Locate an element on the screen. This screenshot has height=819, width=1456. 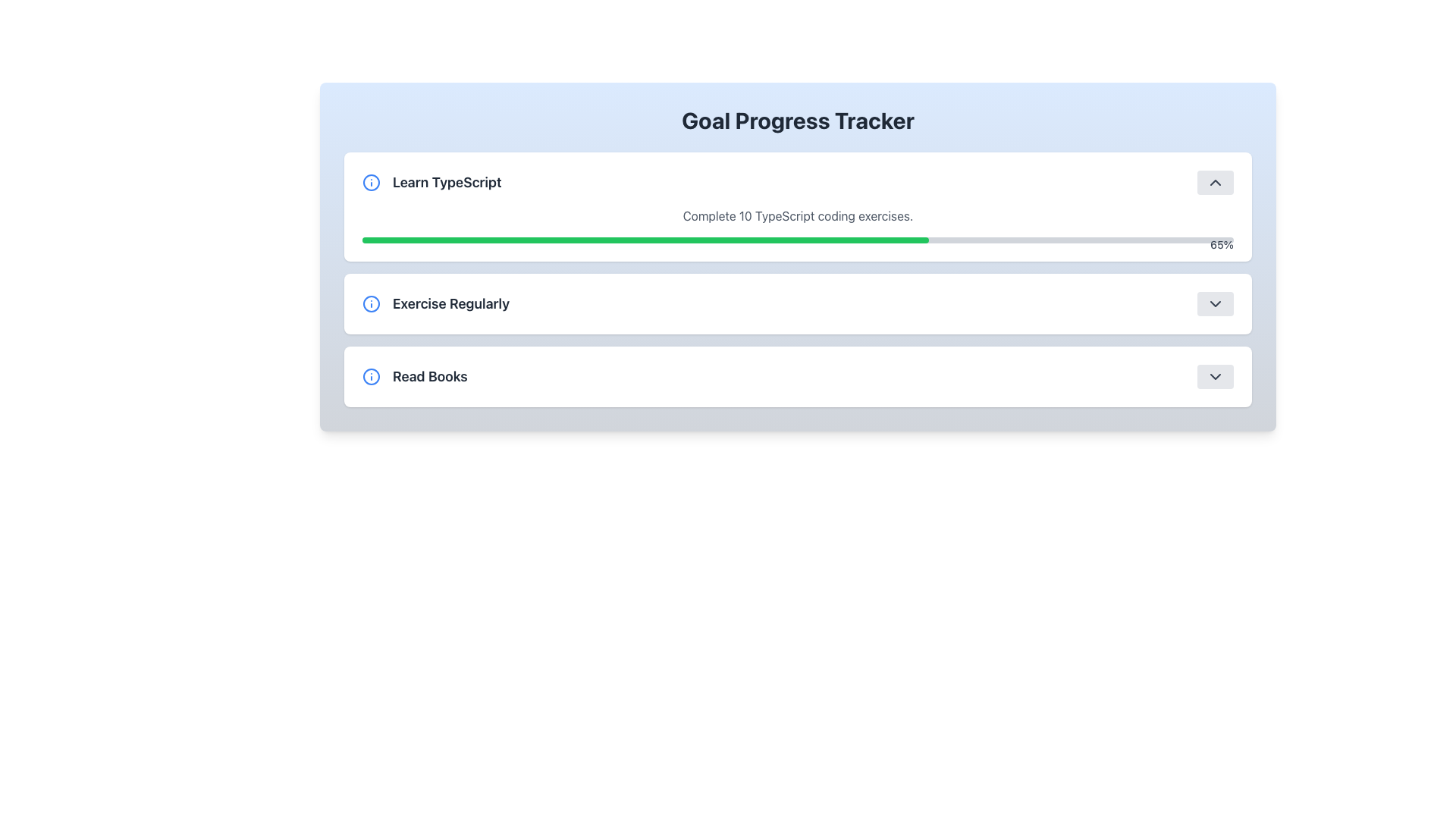
the icon button with an upward-pointing chevron located on the rightmost side of the 'Learn TypeScript' section is located at coordinates (1216, 181).